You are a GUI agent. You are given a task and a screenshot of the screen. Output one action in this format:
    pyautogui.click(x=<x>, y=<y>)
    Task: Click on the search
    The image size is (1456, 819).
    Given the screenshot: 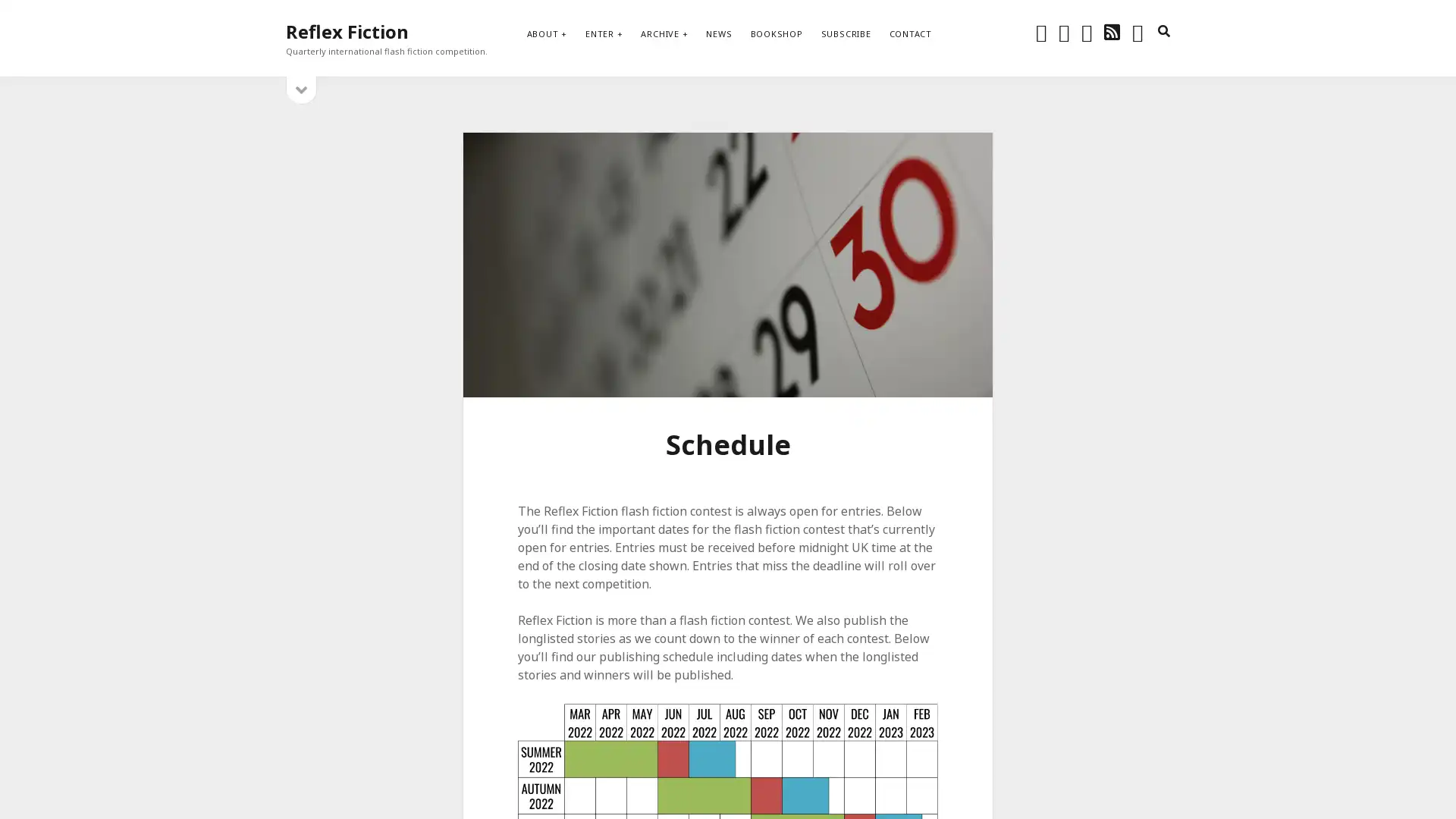 What is the action you would take?
    pyautogui.click(x=1163, y=32)
    